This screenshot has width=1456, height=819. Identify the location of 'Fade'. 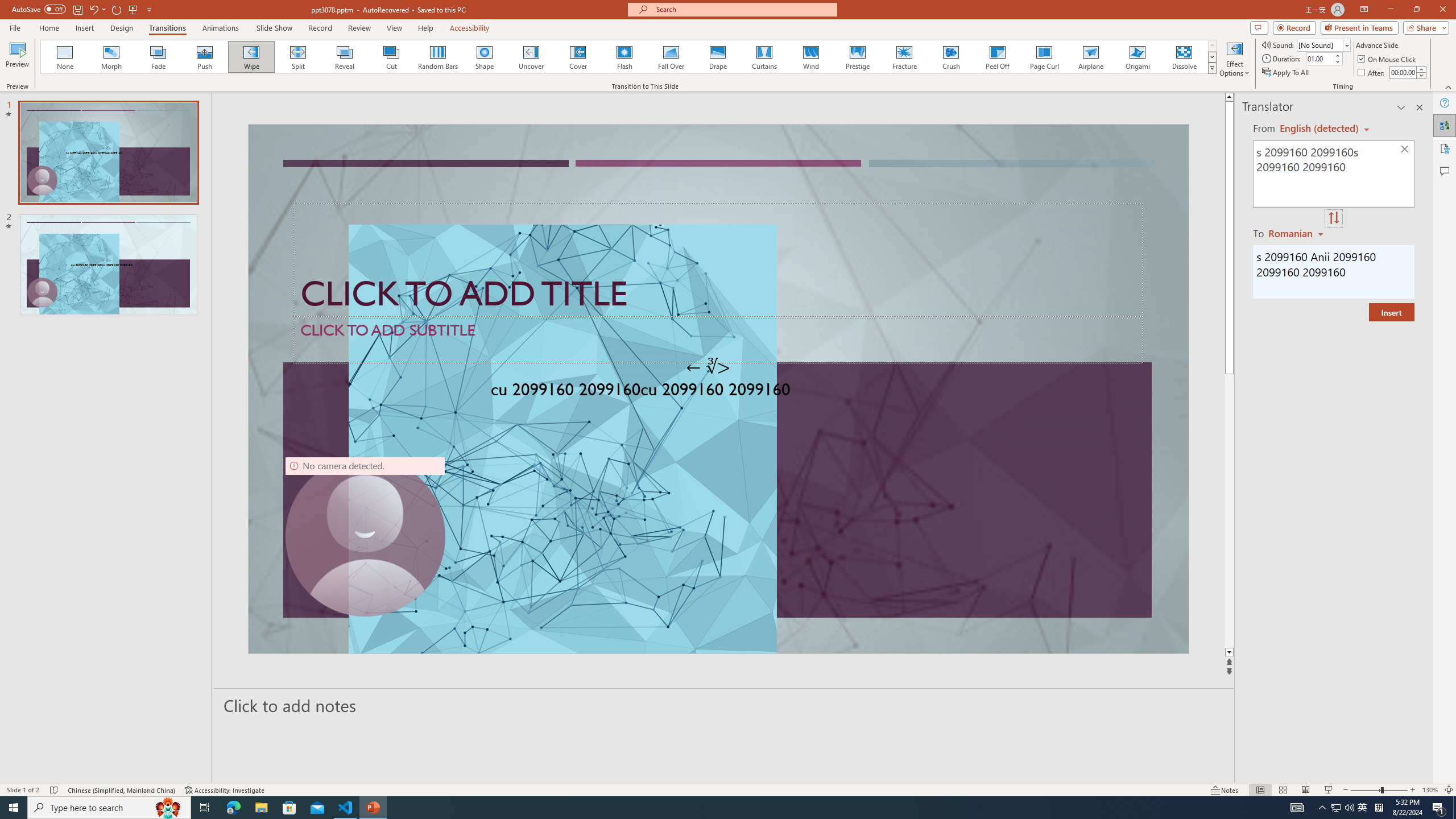
(158, 56).